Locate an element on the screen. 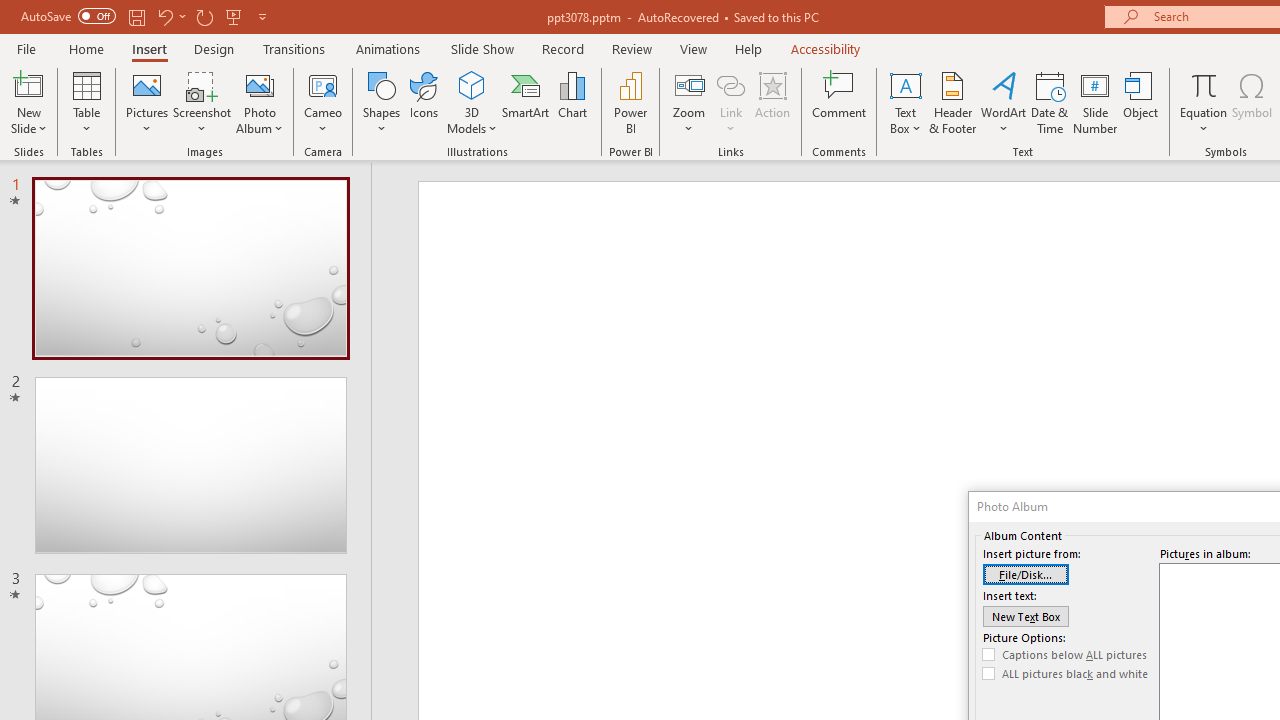  'Symbol...' is located at coordinates (1251, 103).